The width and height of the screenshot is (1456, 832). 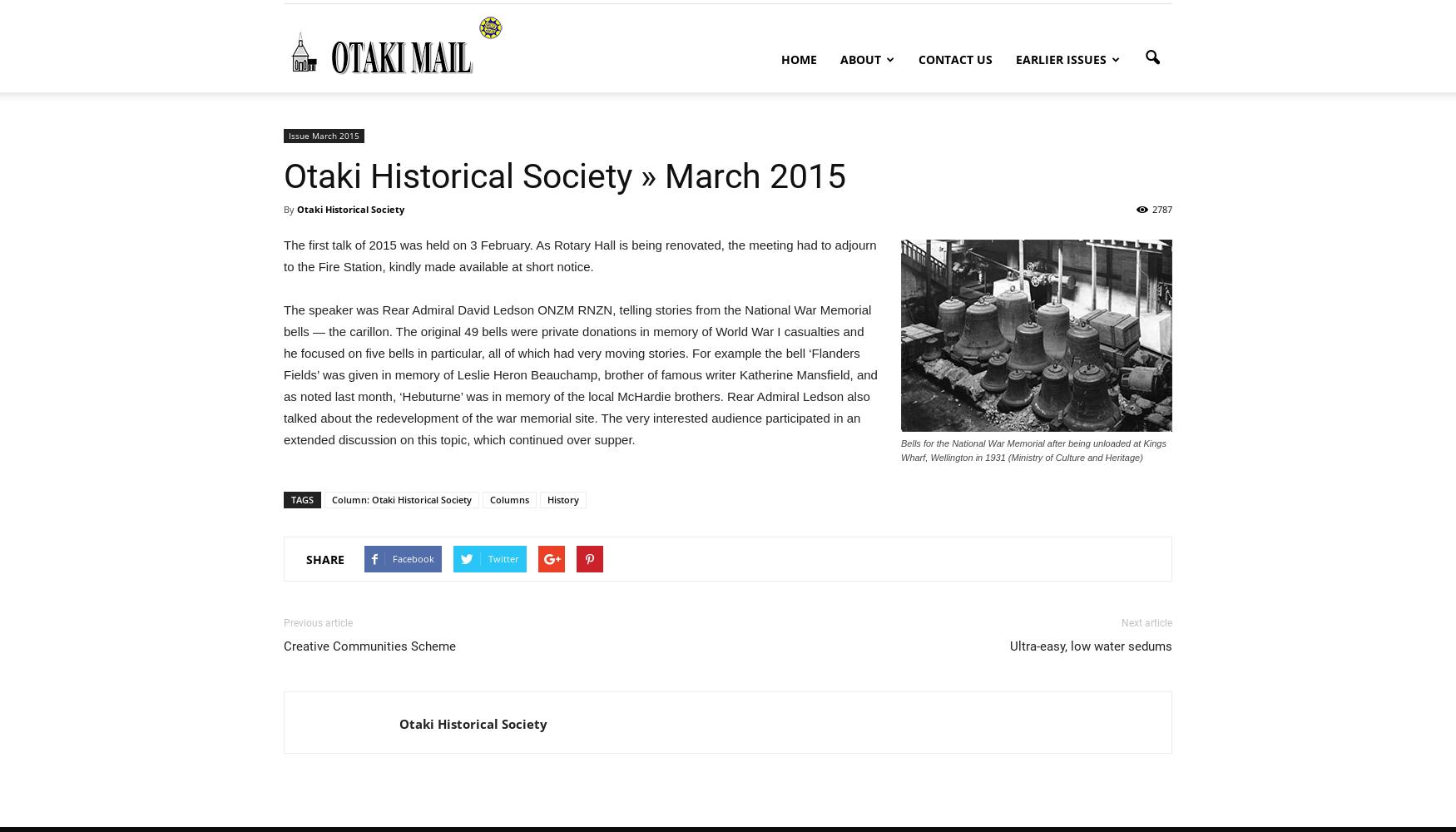 What do you see at coordinates (290, 209) in the screenshot?
I see `'By'` at bounding box center [290, 209].